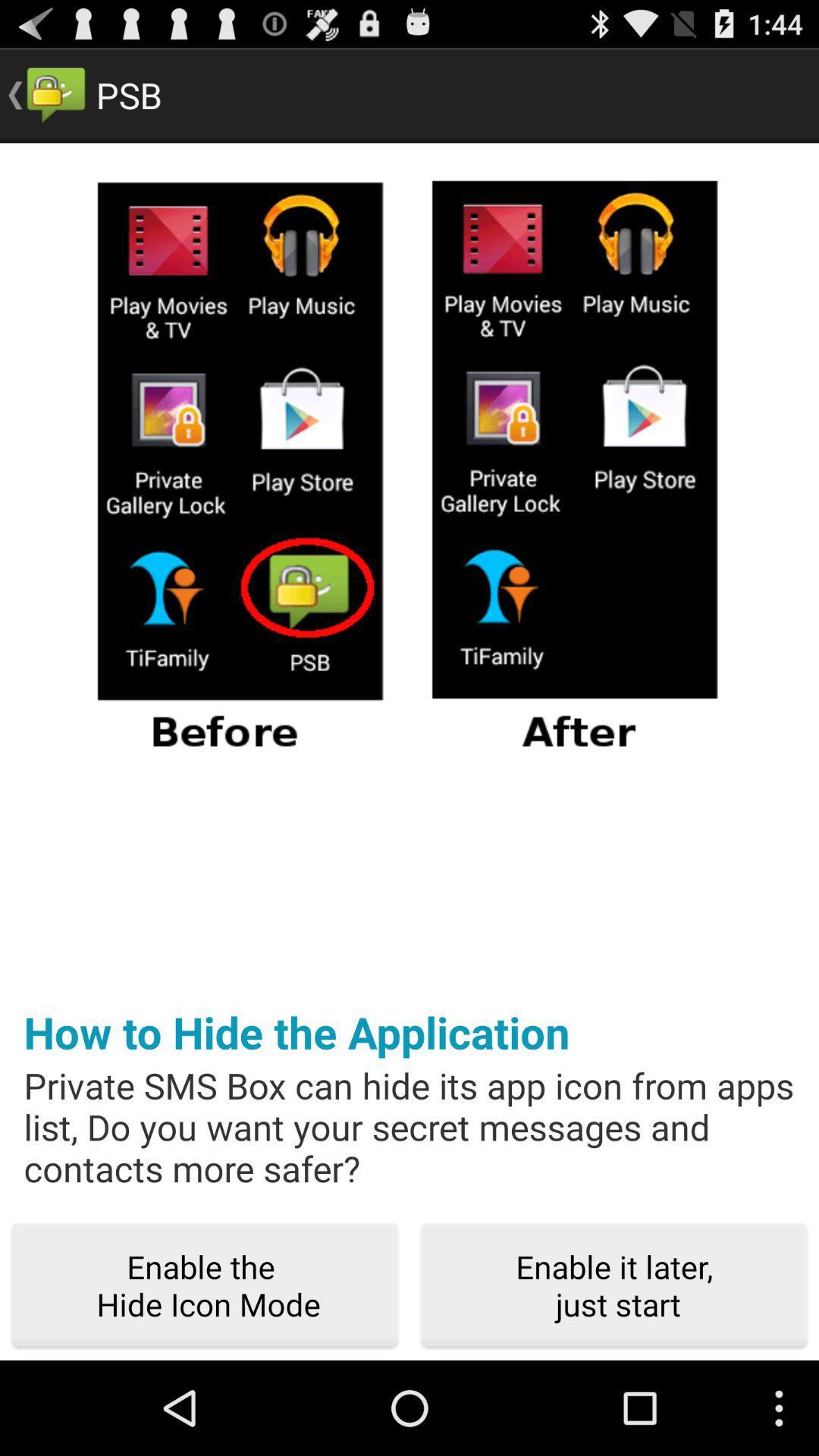  I want to click on enable it later item, so click(614, 1285).